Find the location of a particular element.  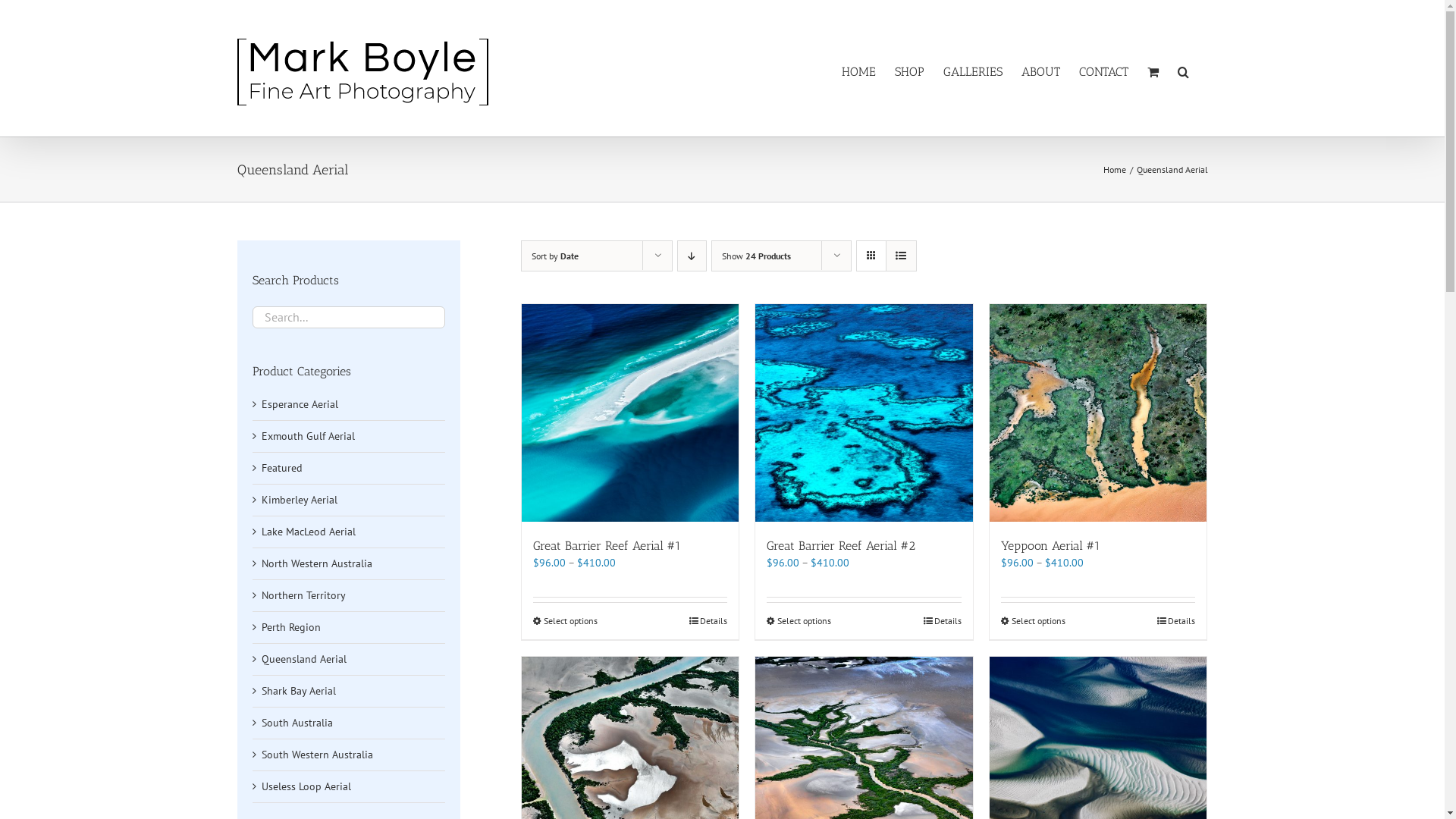

'HOME' is located at coordinates (858, 72).